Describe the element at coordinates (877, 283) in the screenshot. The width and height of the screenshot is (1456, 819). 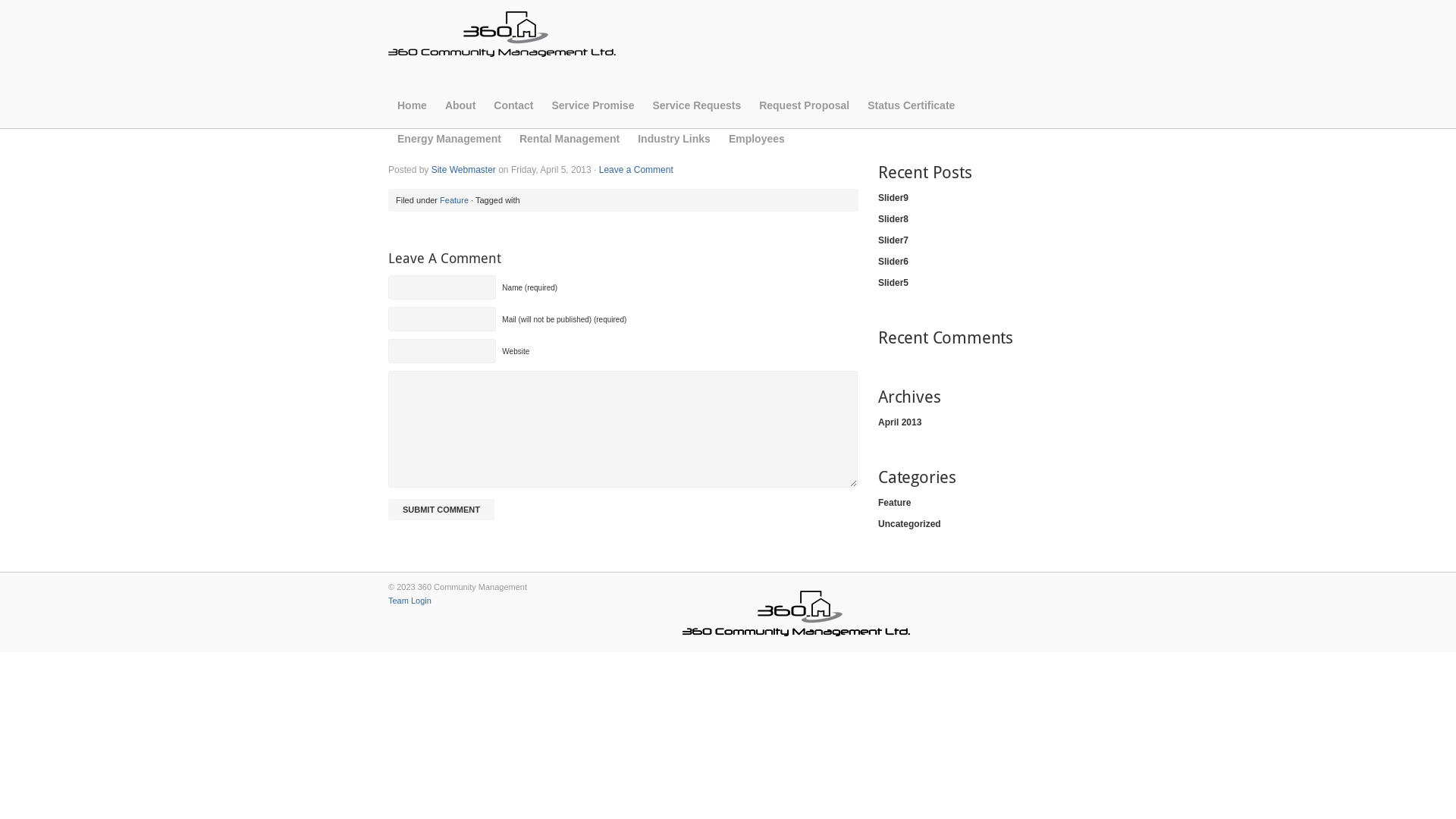
I see `'Slider5'` at that location.